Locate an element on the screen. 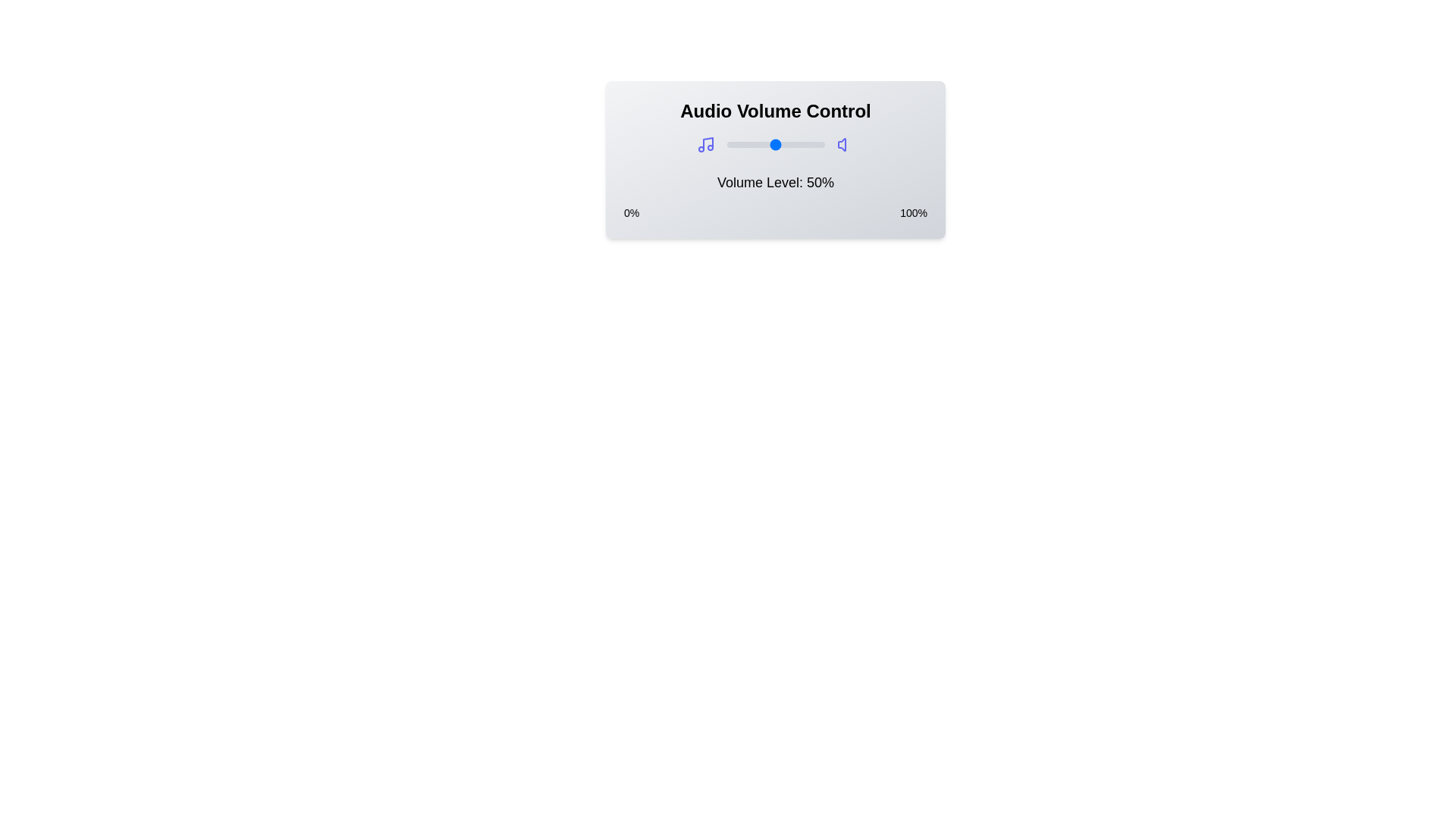 This screenshot has width=1456, height=819. the volume to 89% by dragging the slider is located at coordinates (813, 145).